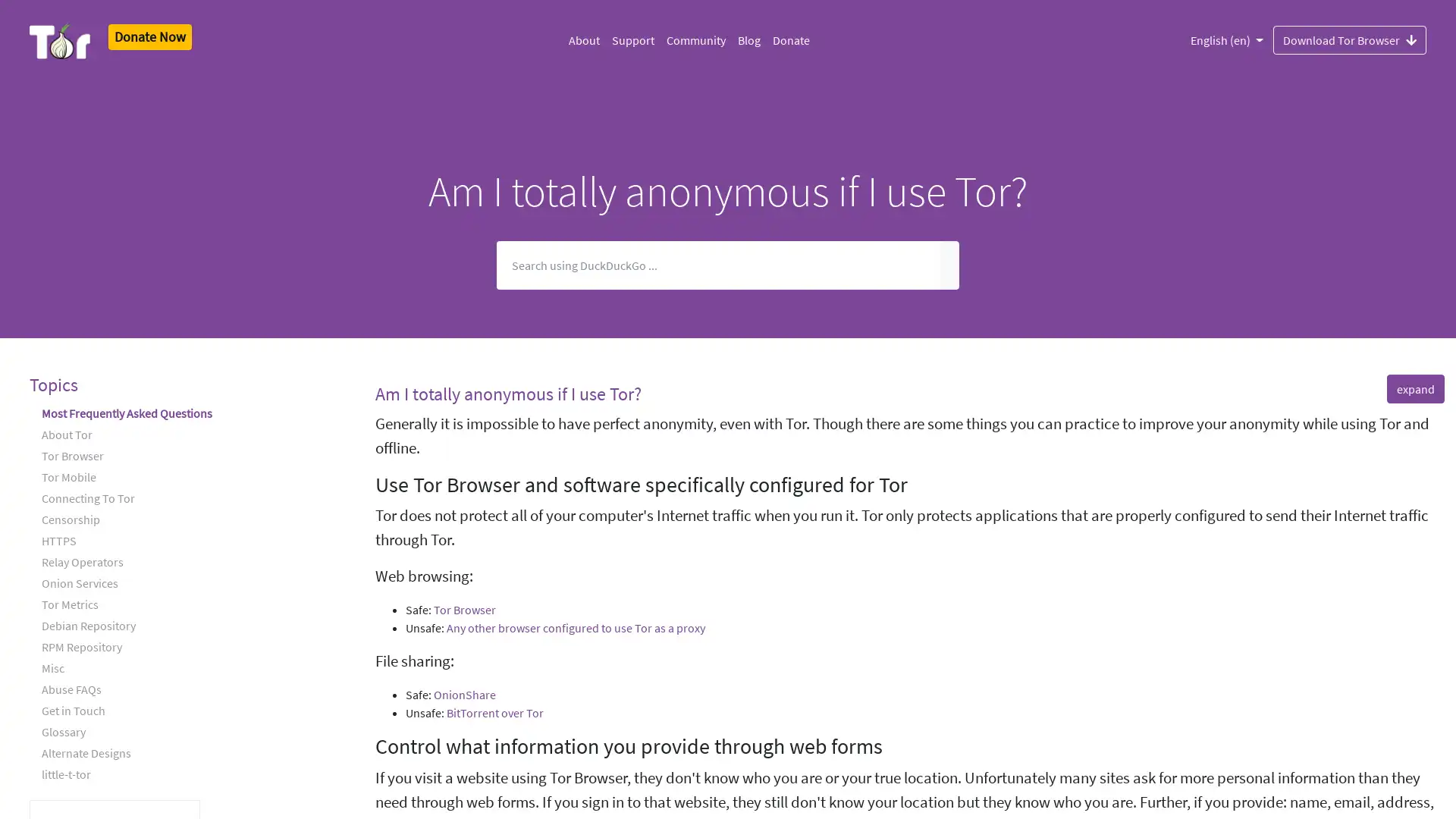  Describe the element at coordinates (187, 646) in the screenshot. I see `RPM Repository` at that location.